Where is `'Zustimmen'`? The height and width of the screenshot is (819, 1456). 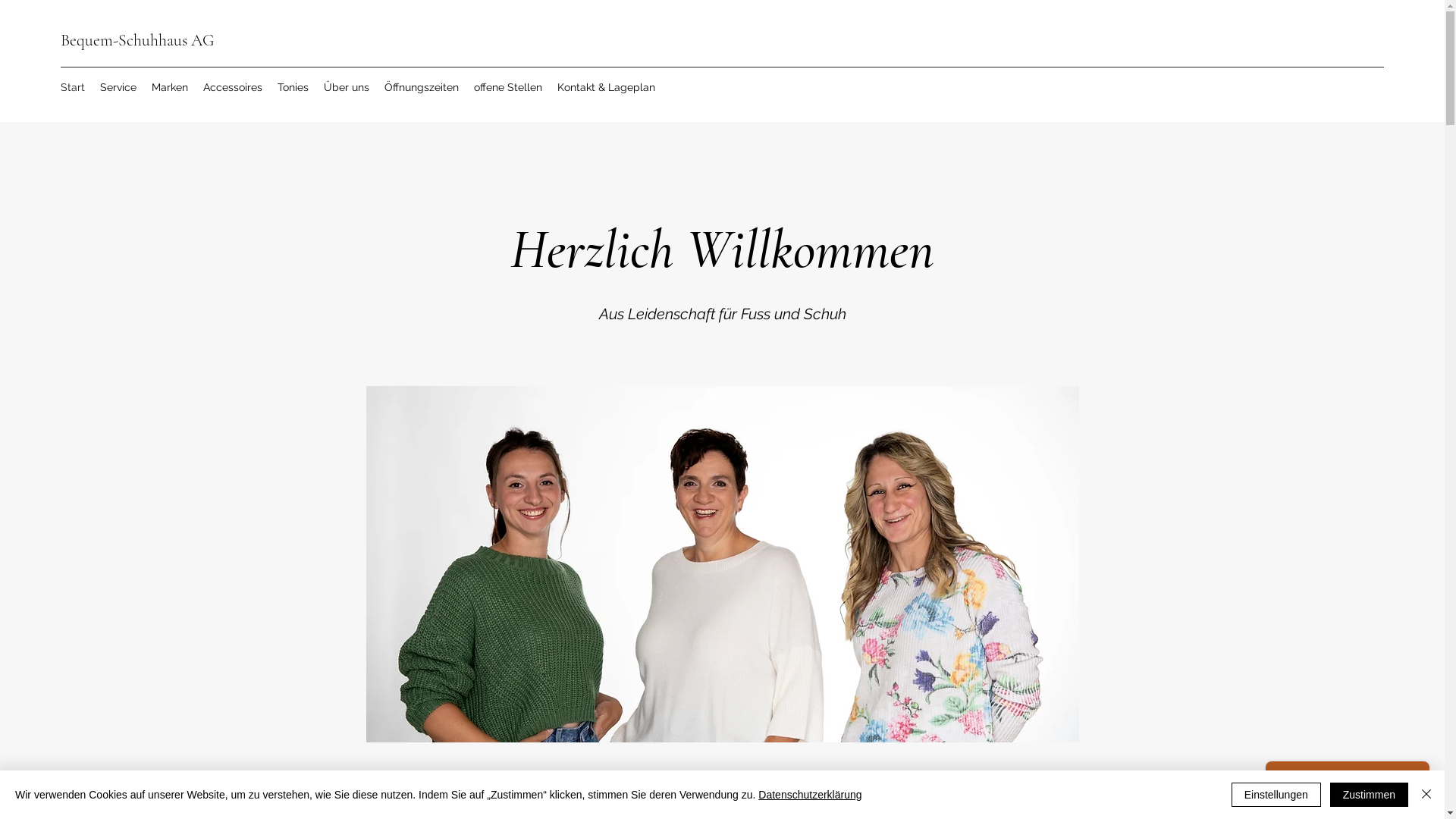 'Zustimmen' is located at coordinates (1369, 794).